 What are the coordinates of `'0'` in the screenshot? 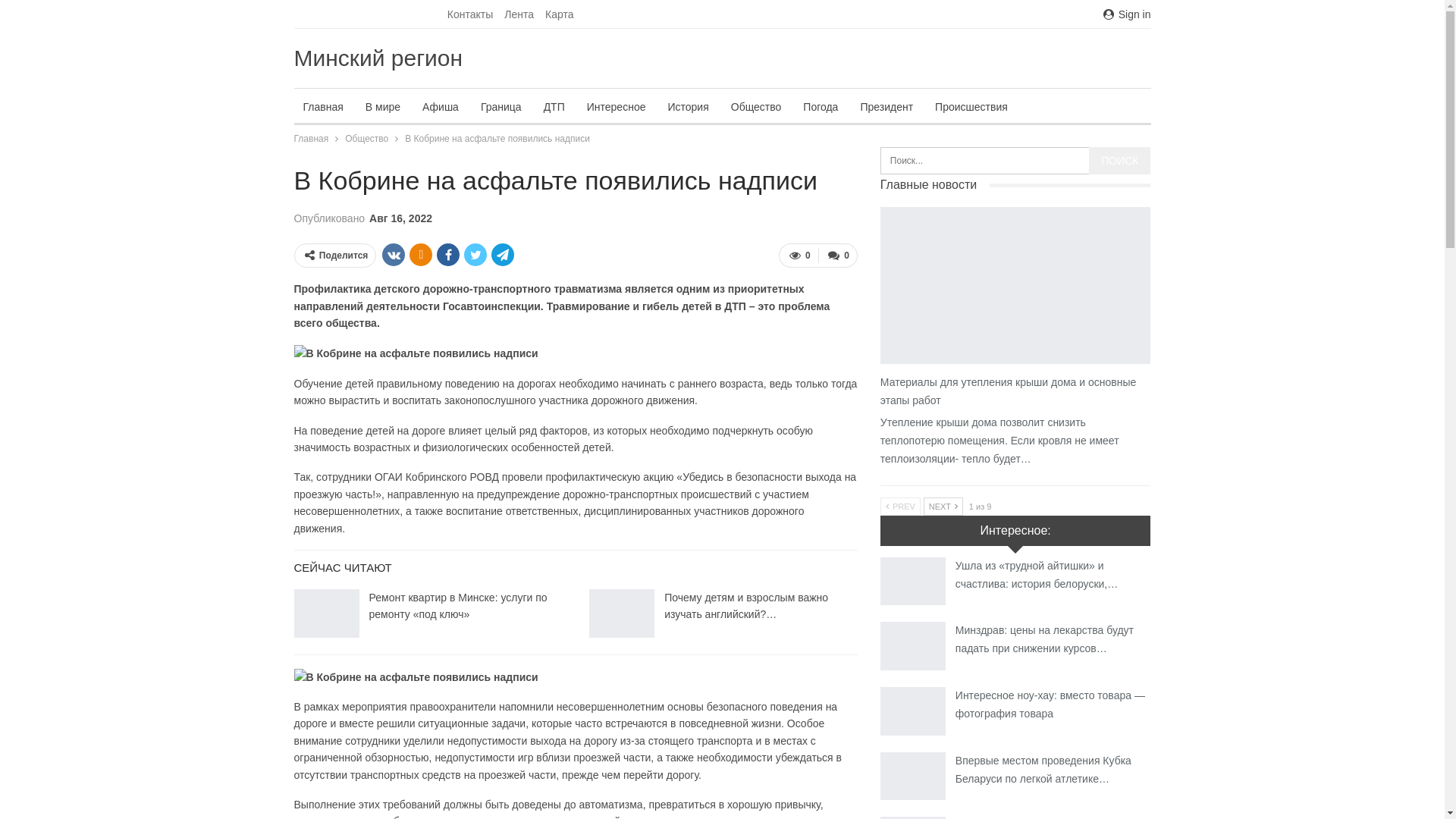 It's located at (836, 254).